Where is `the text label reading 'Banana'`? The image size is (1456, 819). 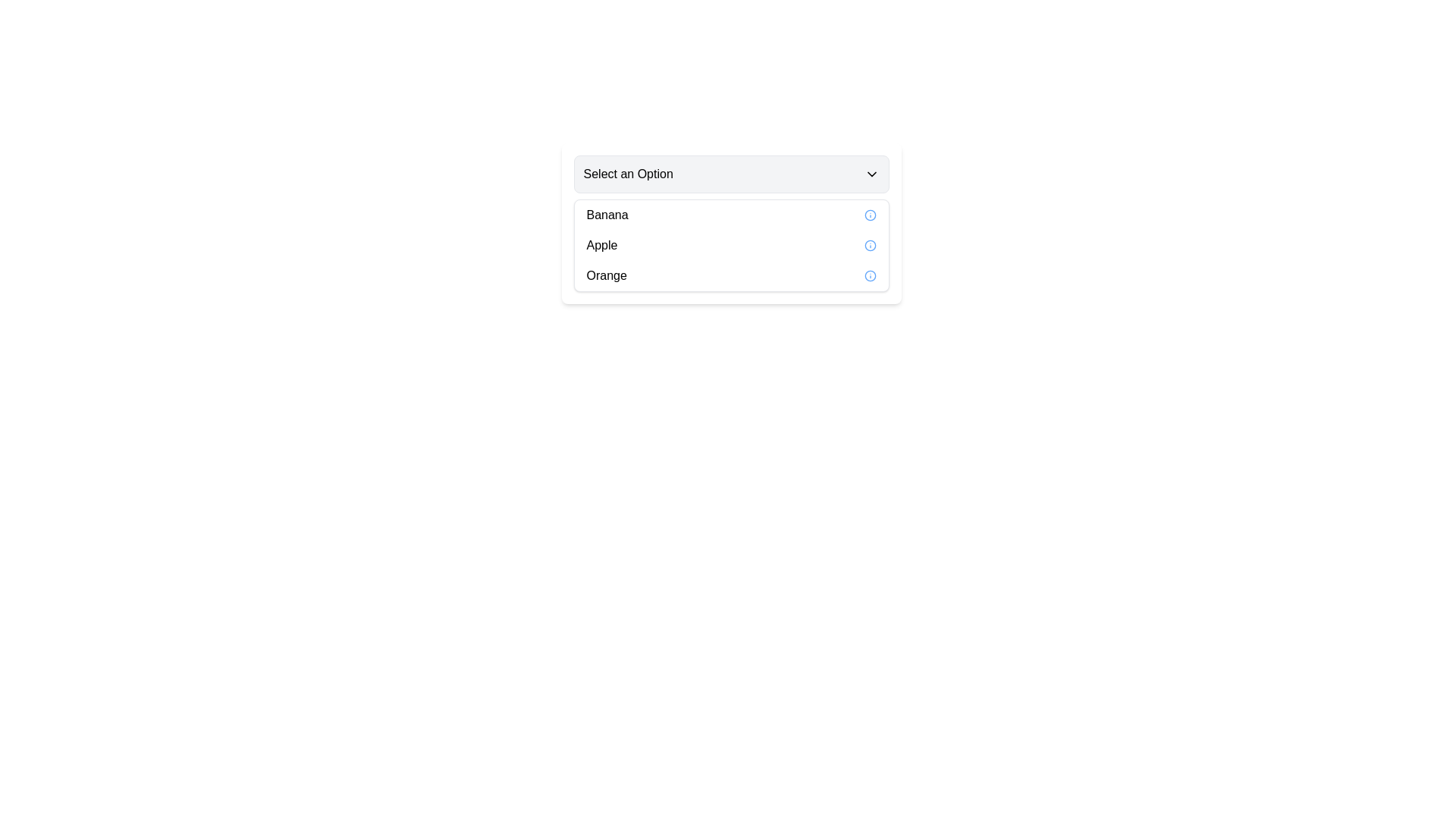
the text label reading 'Banana' is located at coordinates (607, 215).